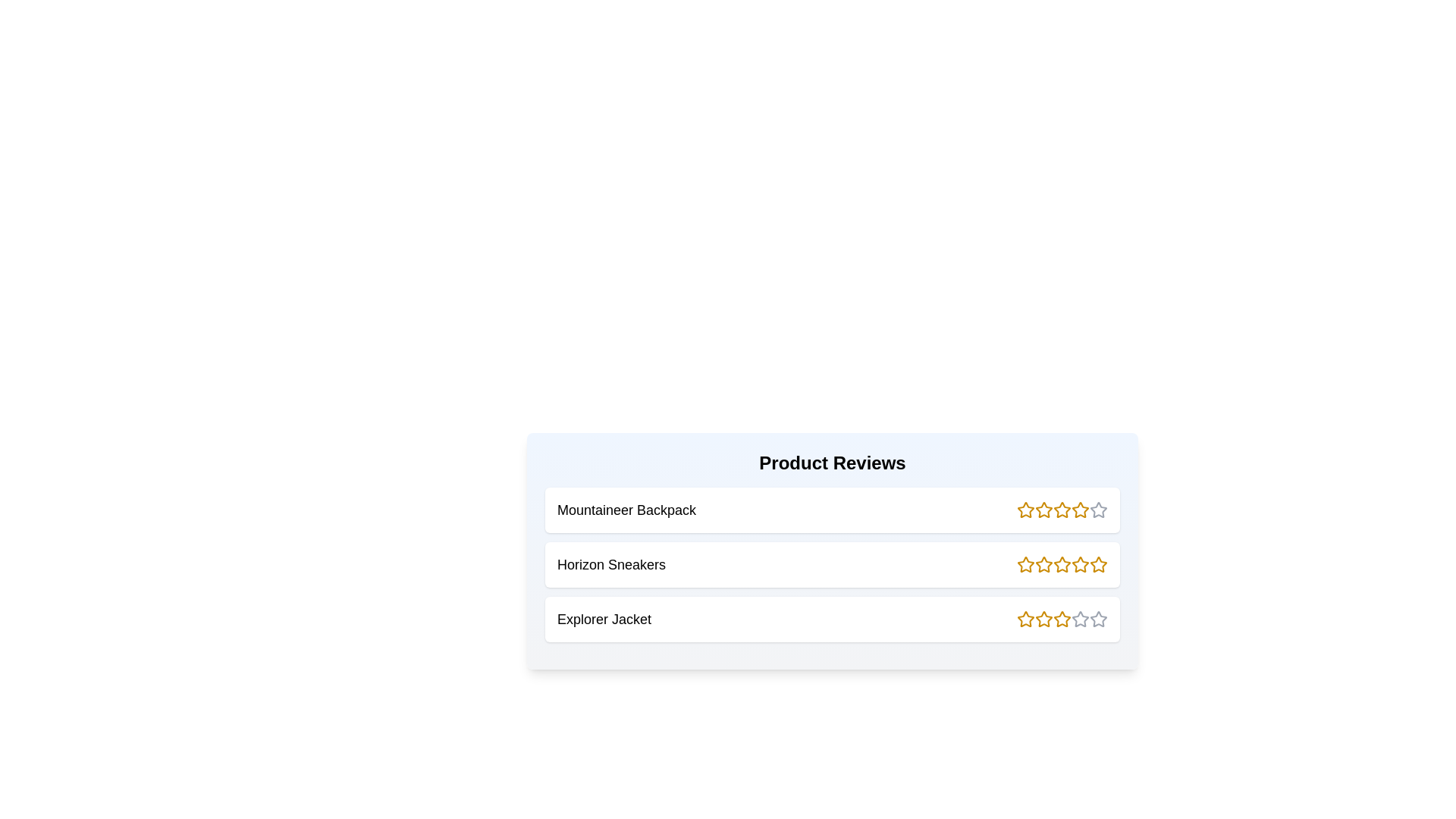  Describe the element at coordinates (1026, 510) in the screenshot. I see `the rating of a product to 1 stars by clicking the corresponding star icon for the product Mountaineer Backpack` at that location.